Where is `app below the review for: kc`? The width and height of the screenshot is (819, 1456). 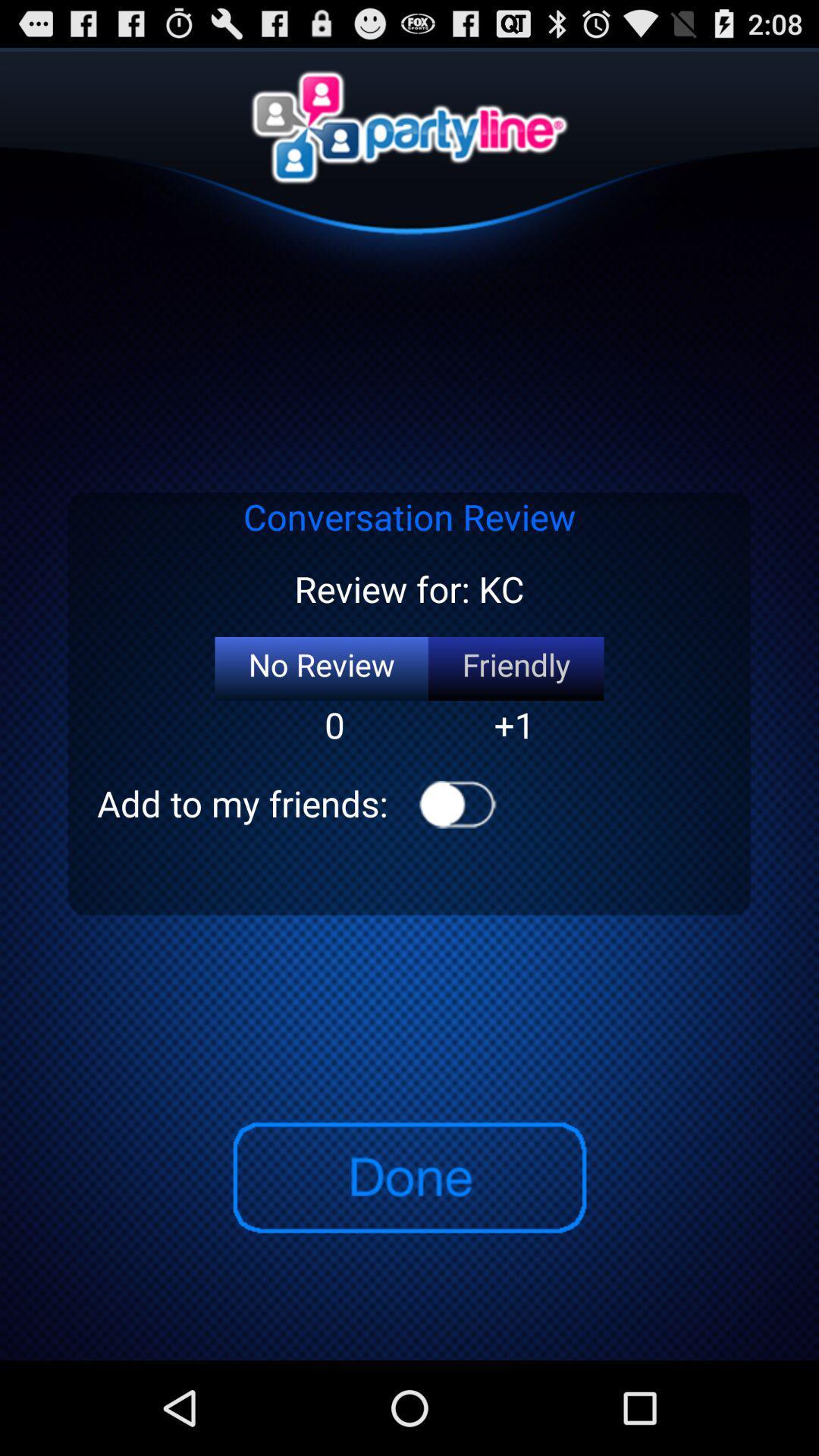 app below the review for: kc is located at coordinates (515, 668).